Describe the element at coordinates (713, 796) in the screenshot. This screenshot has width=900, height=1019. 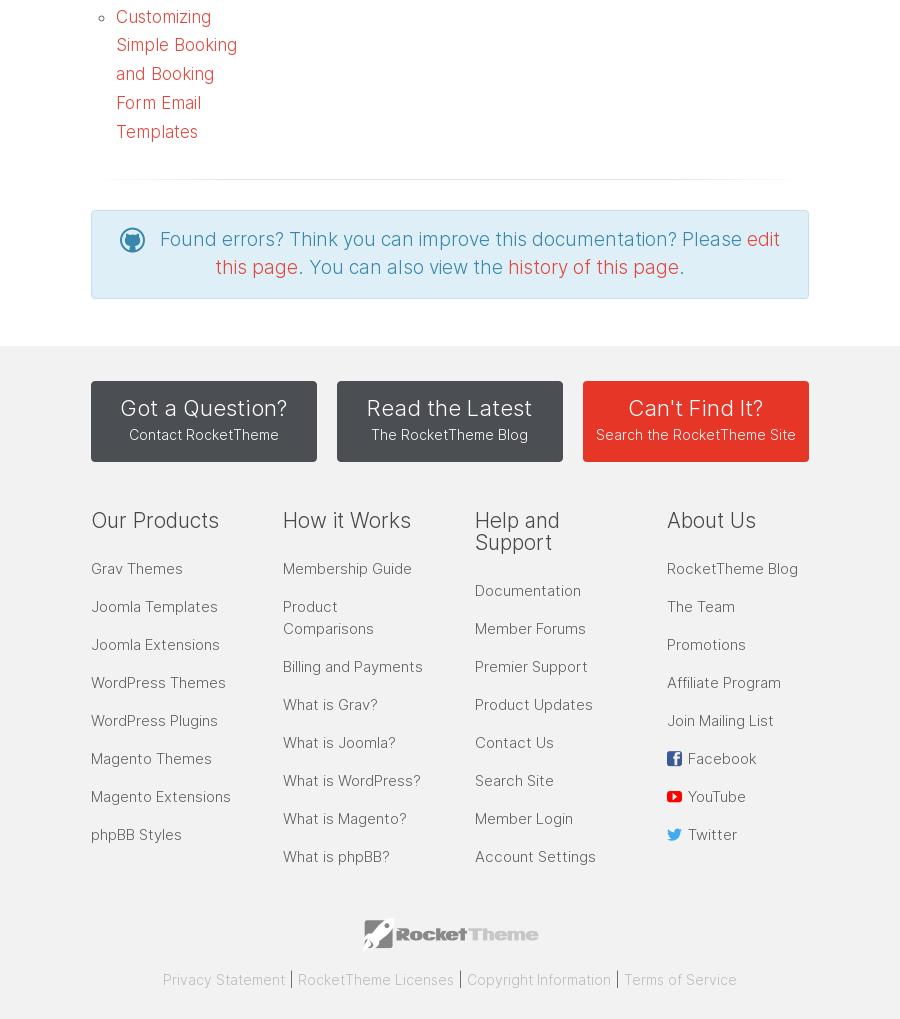
I see `'YouTube'` at that location.